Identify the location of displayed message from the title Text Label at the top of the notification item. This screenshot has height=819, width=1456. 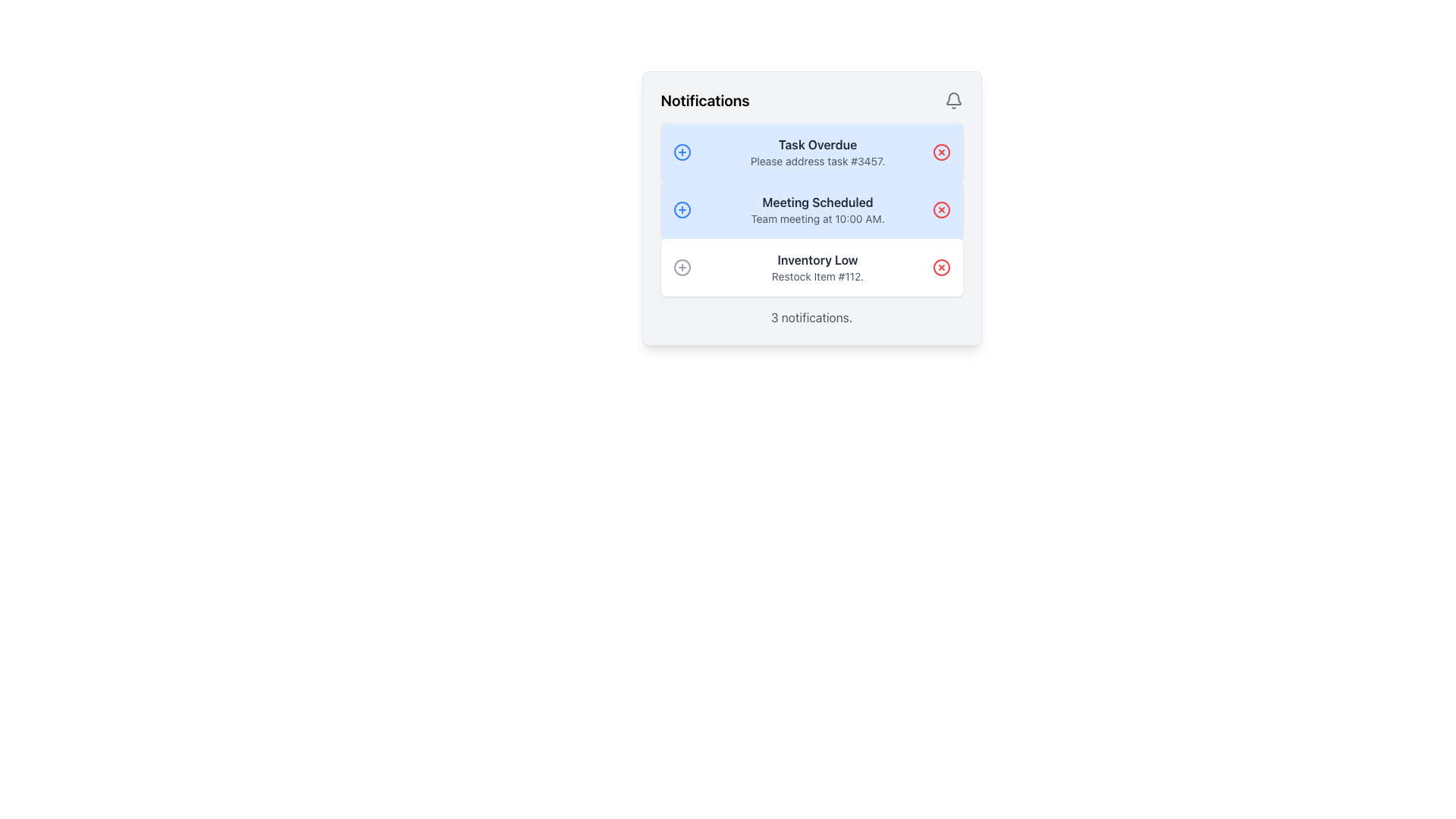
(817, 145).